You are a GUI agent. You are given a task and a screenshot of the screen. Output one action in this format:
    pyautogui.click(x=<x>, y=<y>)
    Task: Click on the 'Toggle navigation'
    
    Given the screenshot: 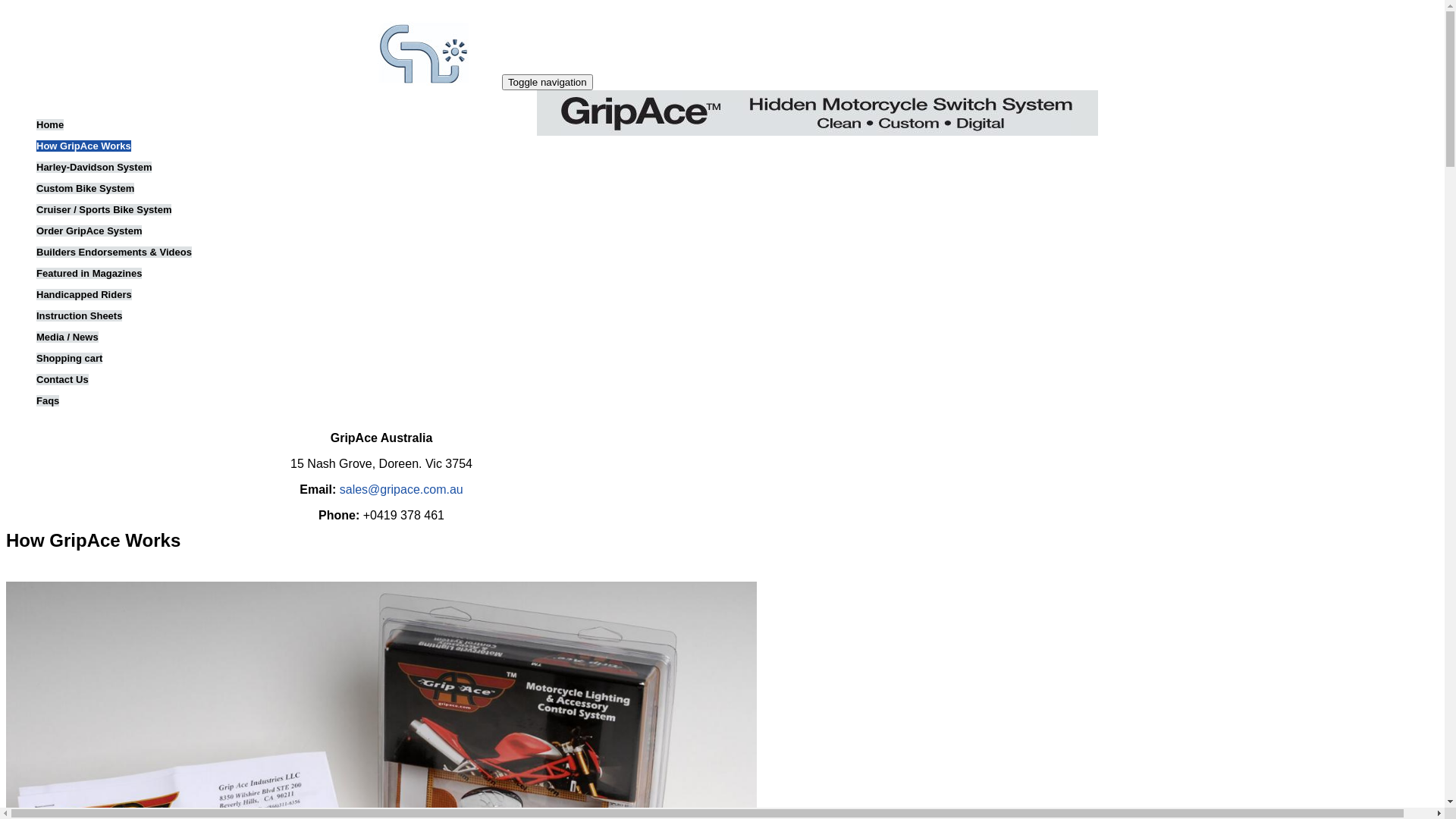 What is the action you would take?
    pyautogui.click(x=502, y=82)
    